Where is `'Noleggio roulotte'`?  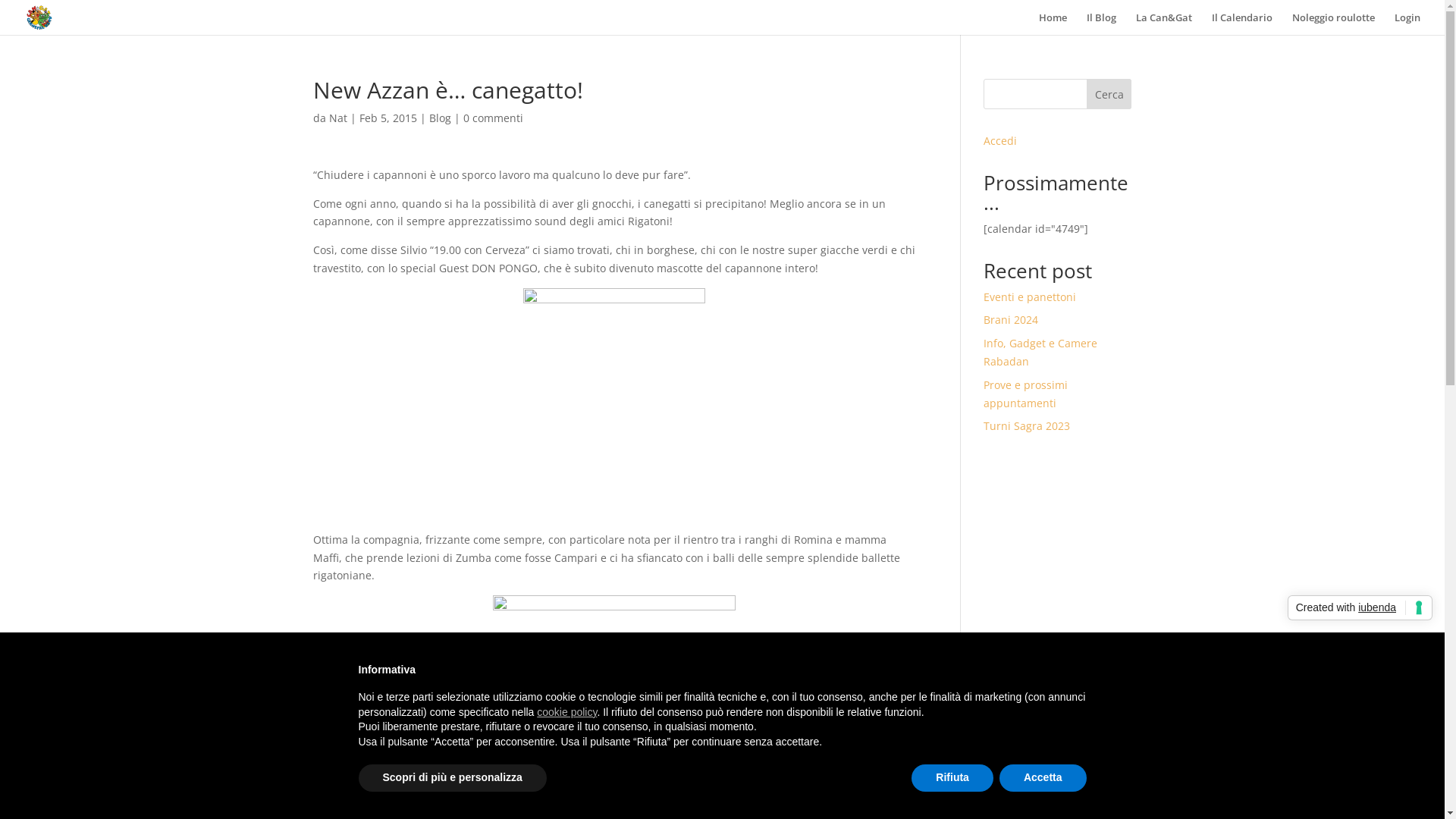
'Noleggio roulotte' is located at coordinates (1332, 23).